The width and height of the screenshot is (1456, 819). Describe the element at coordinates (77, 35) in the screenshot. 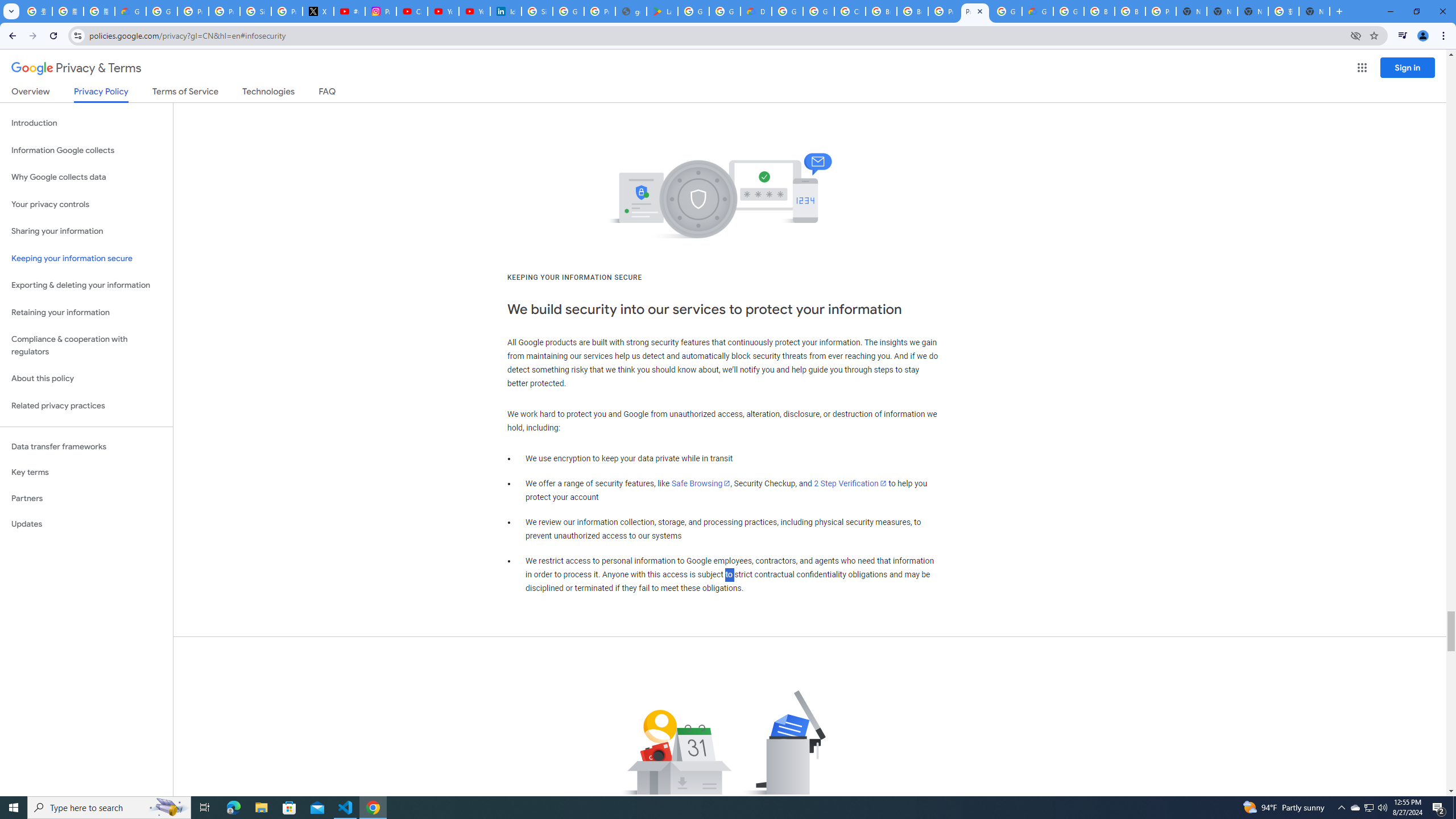

I see `'View site information'` at that location.